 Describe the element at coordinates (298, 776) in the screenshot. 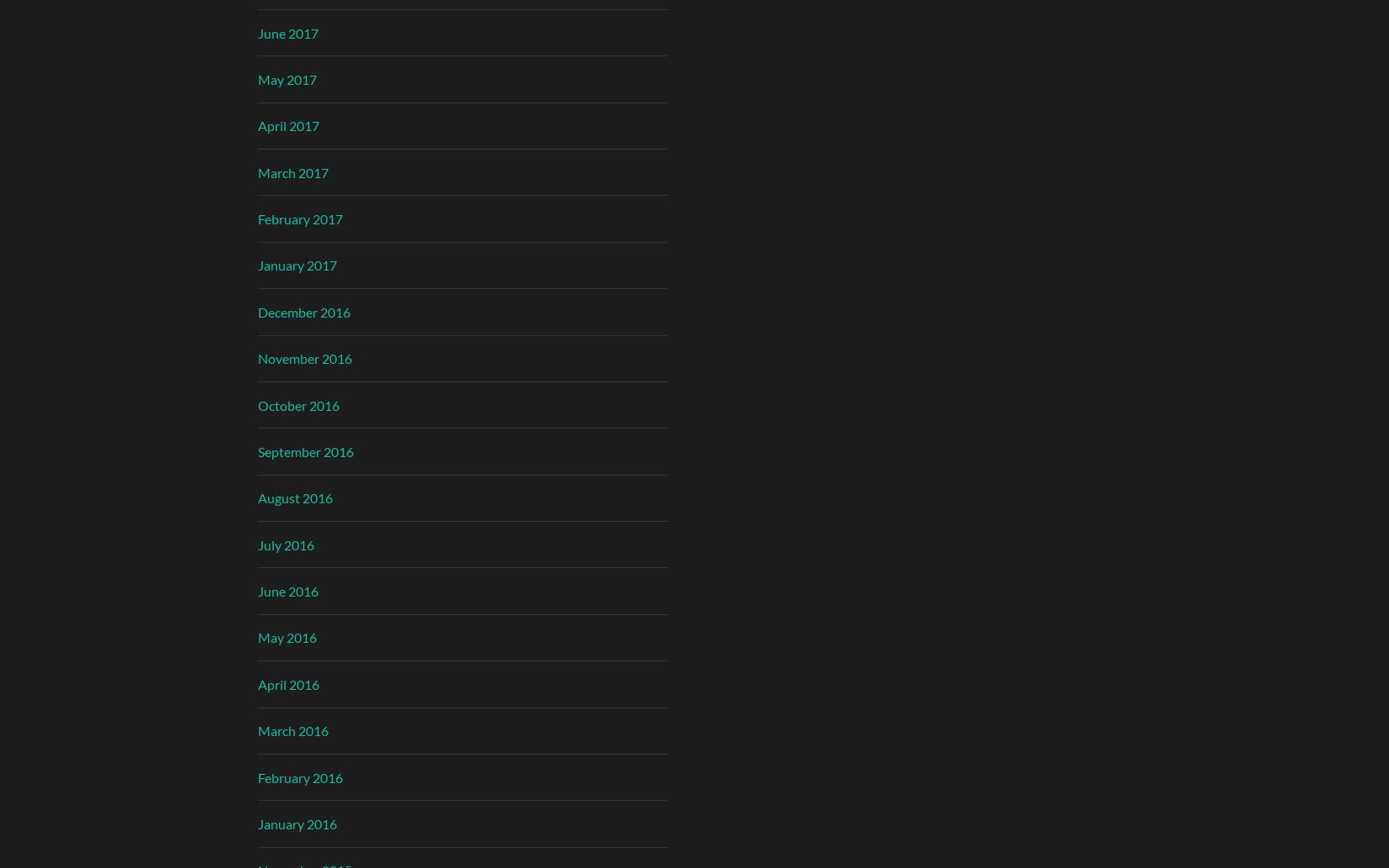

I see `'February 2016'` at that location.